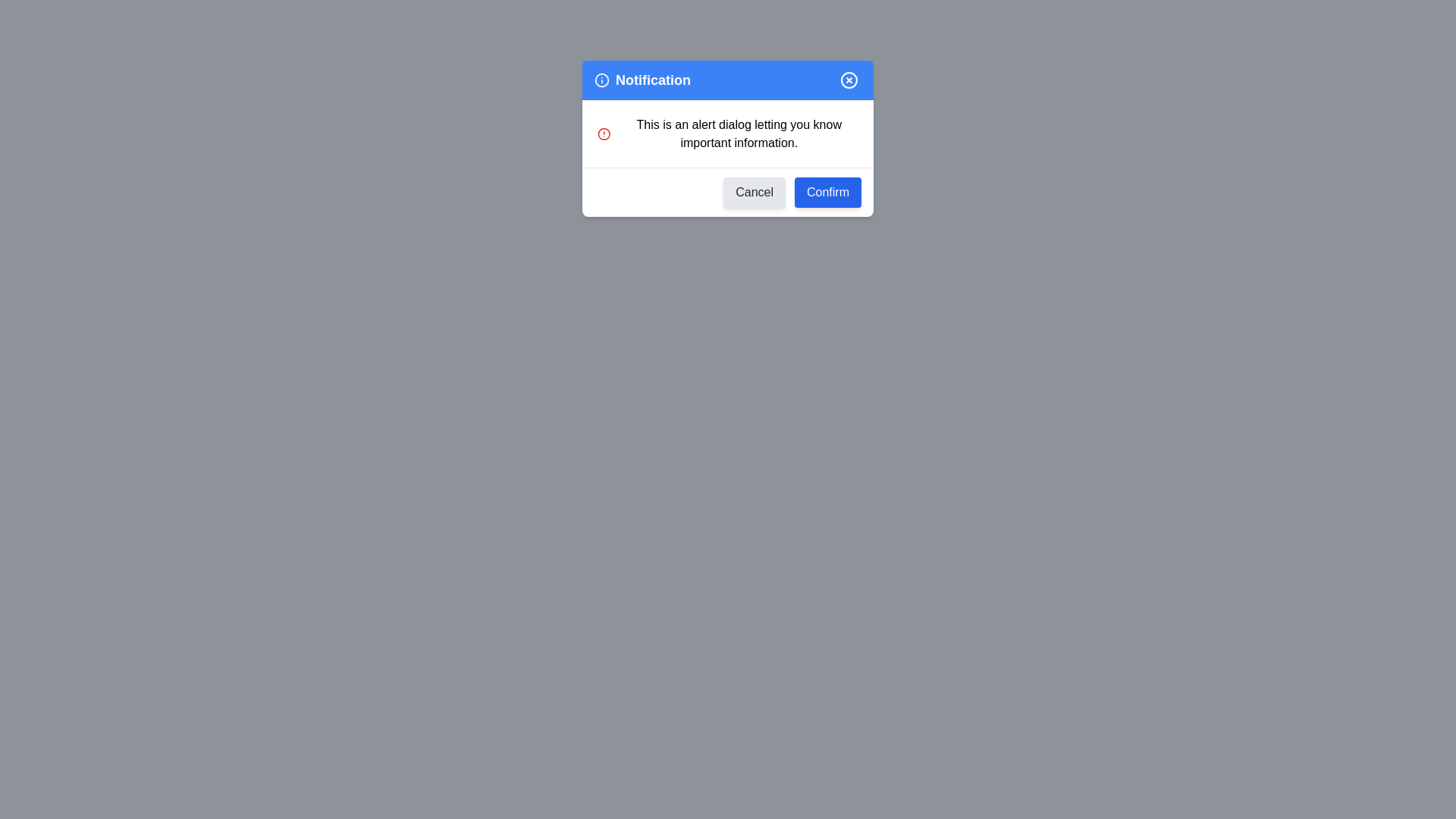 The height and width of the screenshot is (819, 1456). I want to click on the close icon button located on the far-right side of the blue header bar of the modal dialog box, so click(848, 80).